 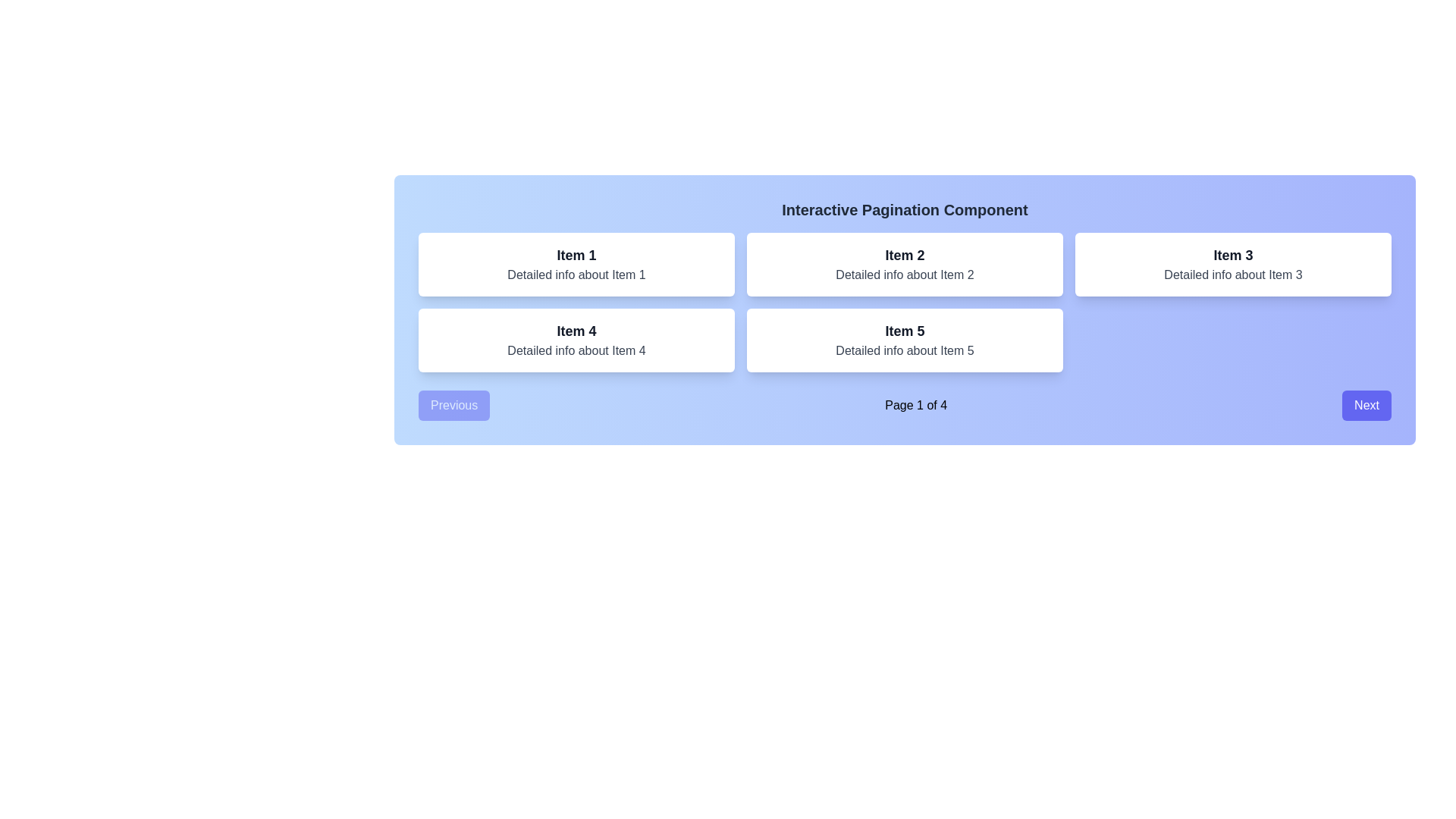 What do you see at coordinates (1367, 405) in the screenshot?
I see `the rectangular 'Next' button with a blue background and white text to observe any hover effects` at bounding box center [1367, 405].